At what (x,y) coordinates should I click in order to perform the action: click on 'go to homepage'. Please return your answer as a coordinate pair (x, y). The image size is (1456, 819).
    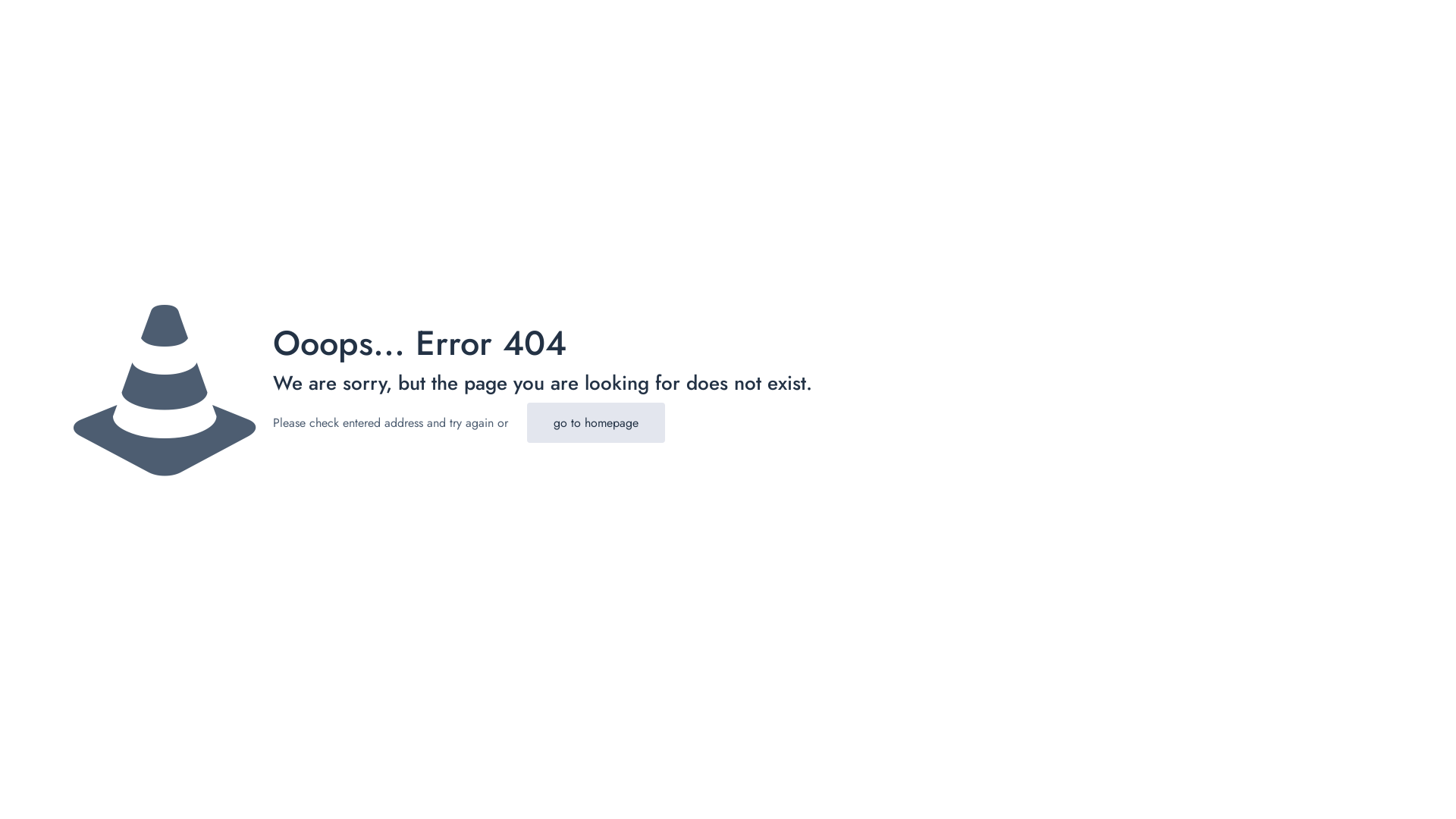
    Looking at the image, I should click on (595, 422).